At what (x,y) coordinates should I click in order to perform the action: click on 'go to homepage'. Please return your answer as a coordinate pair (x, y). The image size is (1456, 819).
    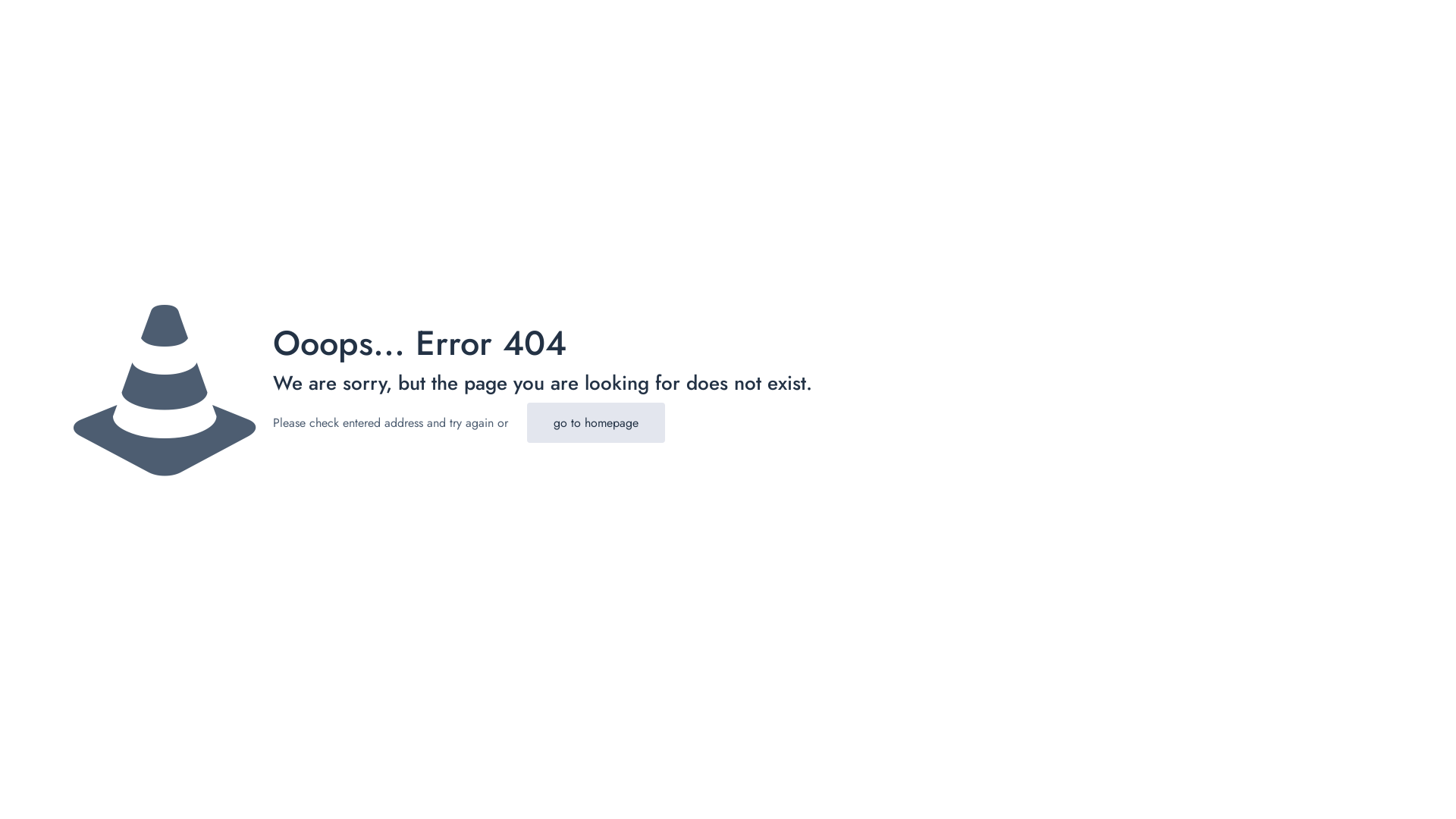
    Looking at the image, I should click on (595, 422).